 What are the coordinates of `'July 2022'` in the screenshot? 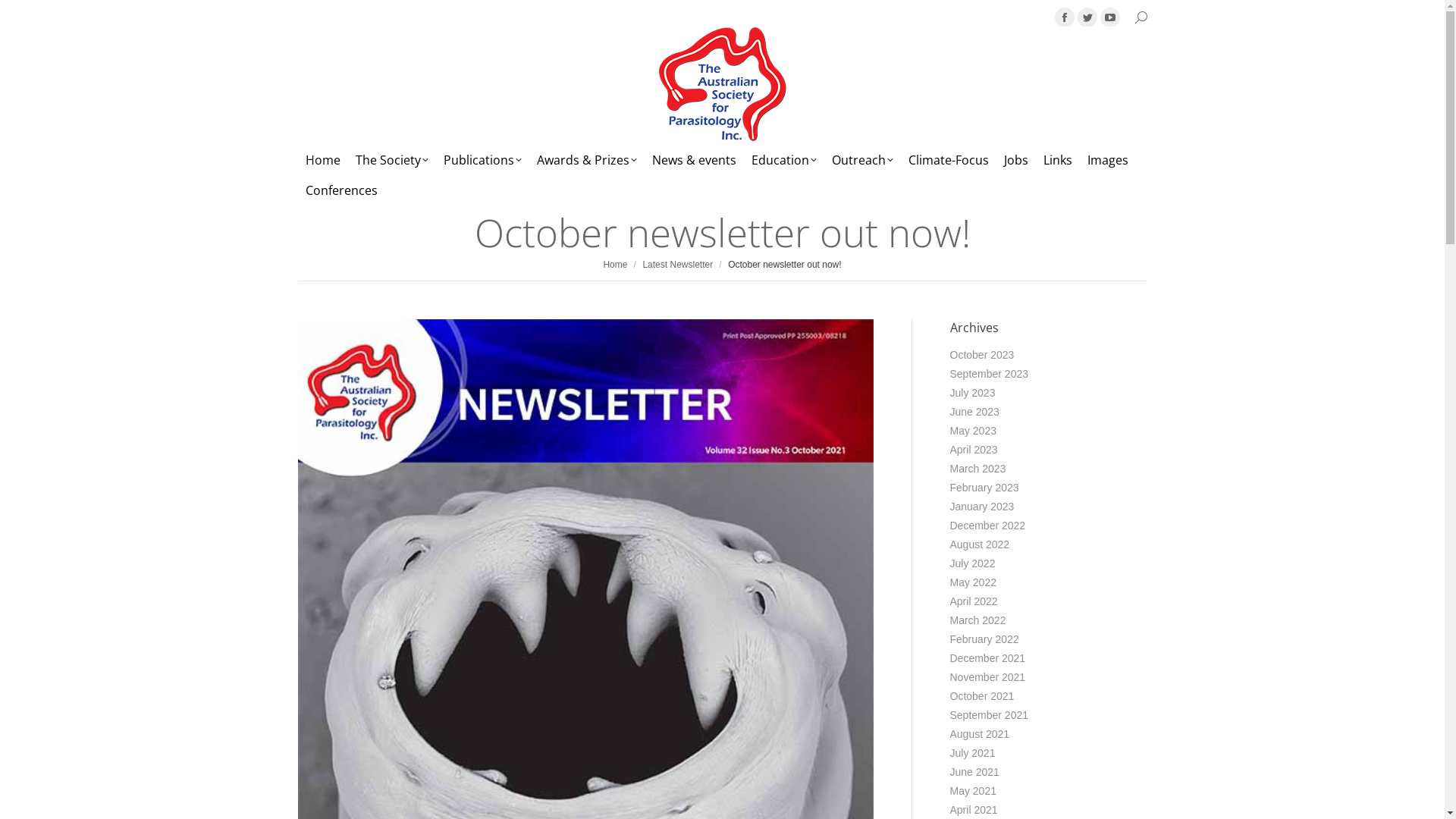 It's located at (971, 563).